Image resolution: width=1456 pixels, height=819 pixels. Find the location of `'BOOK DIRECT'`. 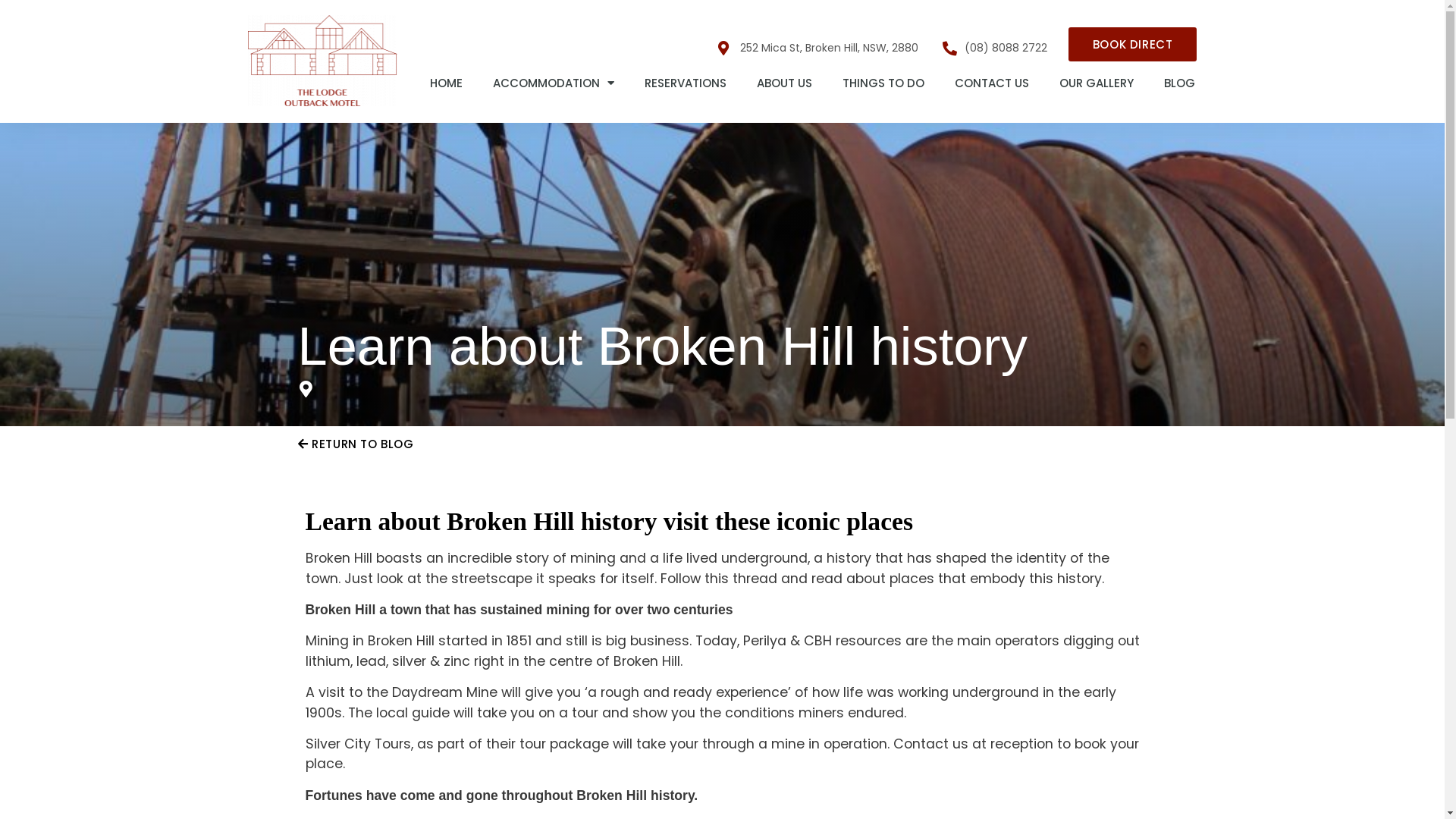

'BOOK DIRECT' is located at coordinates (1132, 43).